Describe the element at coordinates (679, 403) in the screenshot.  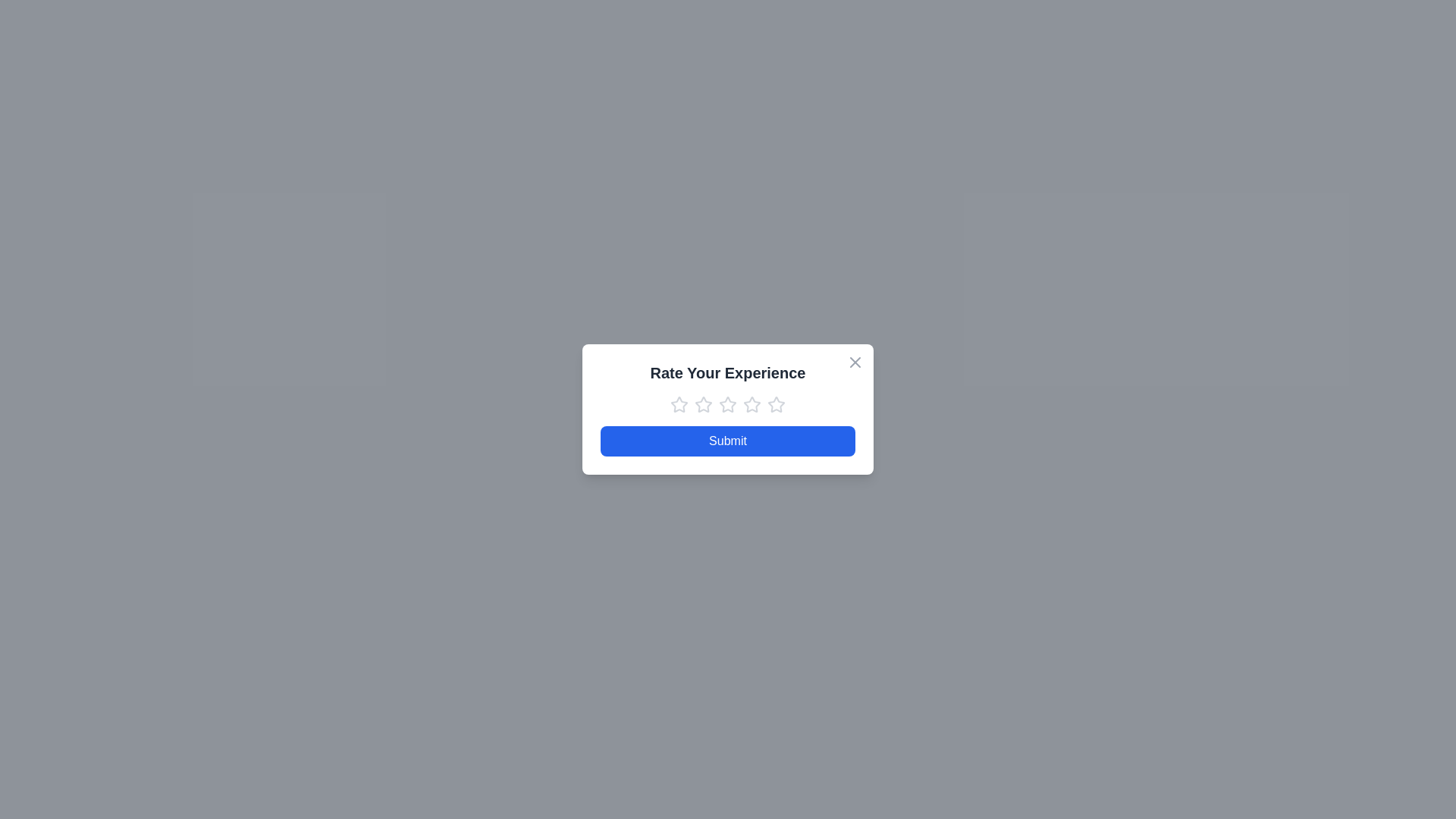
I see `the star corresponding to 1 to rate the experience` at that location.